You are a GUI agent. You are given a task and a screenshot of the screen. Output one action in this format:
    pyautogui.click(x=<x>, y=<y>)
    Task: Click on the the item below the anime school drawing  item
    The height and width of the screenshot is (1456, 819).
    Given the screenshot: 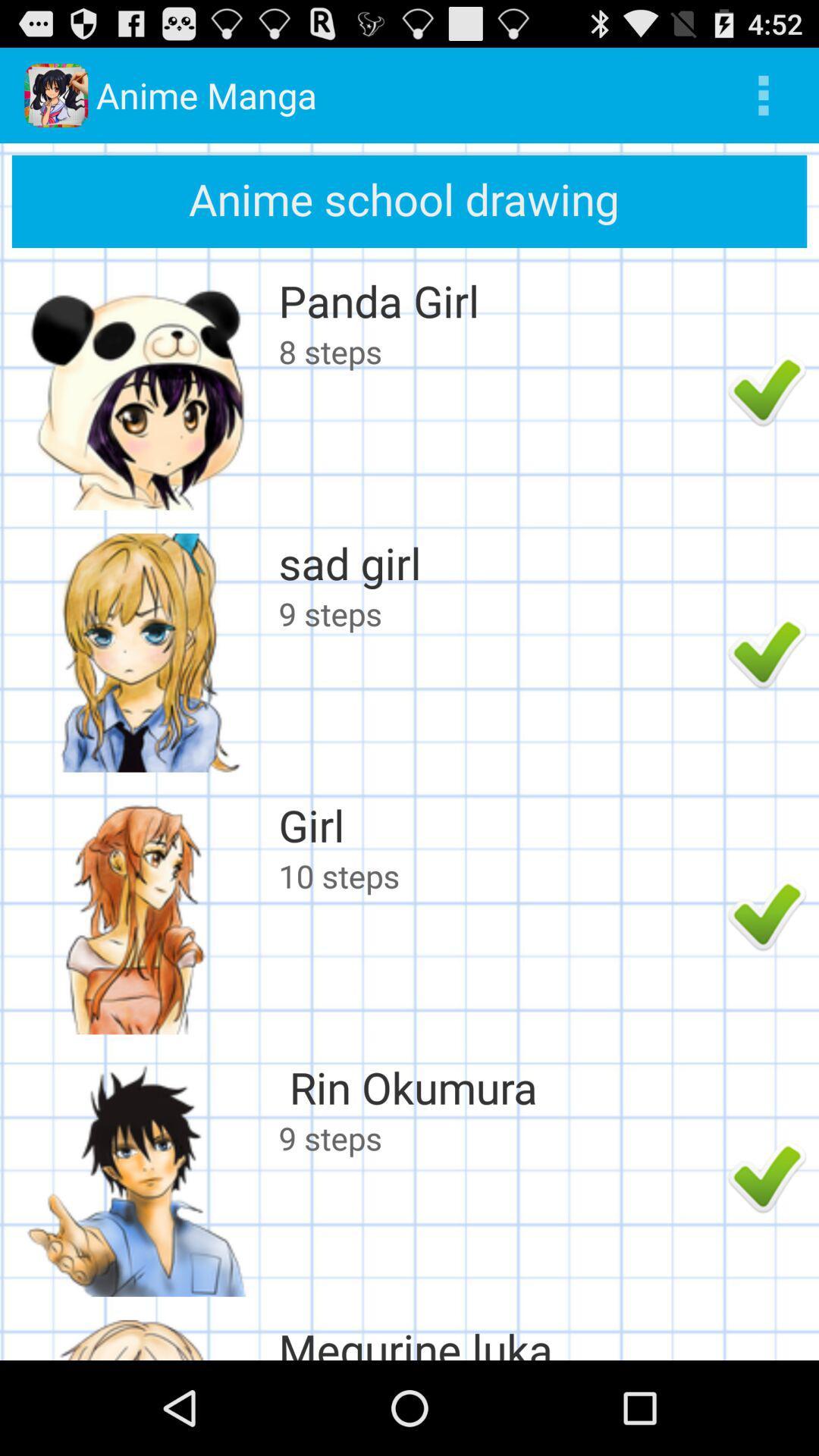 What is the action you would take?
    pyautogui.click(x=499, y=300)
    